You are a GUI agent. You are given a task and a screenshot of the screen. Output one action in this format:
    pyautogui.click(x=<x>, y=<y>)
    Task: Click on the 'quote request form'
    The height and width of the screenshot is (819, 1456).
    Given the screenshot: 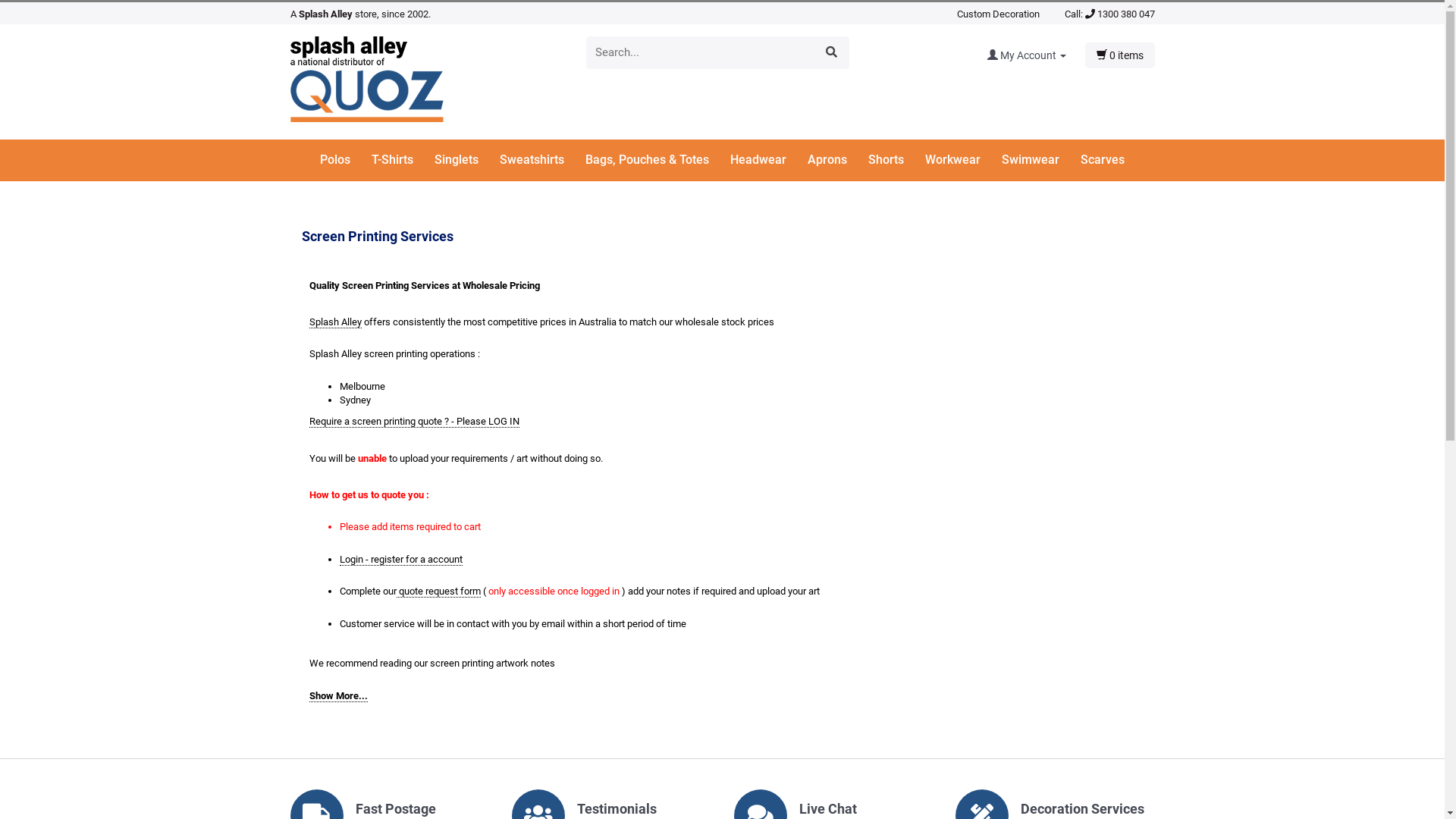 What is the action you would take?
    pyautogui.click(x=396, y=590)
    